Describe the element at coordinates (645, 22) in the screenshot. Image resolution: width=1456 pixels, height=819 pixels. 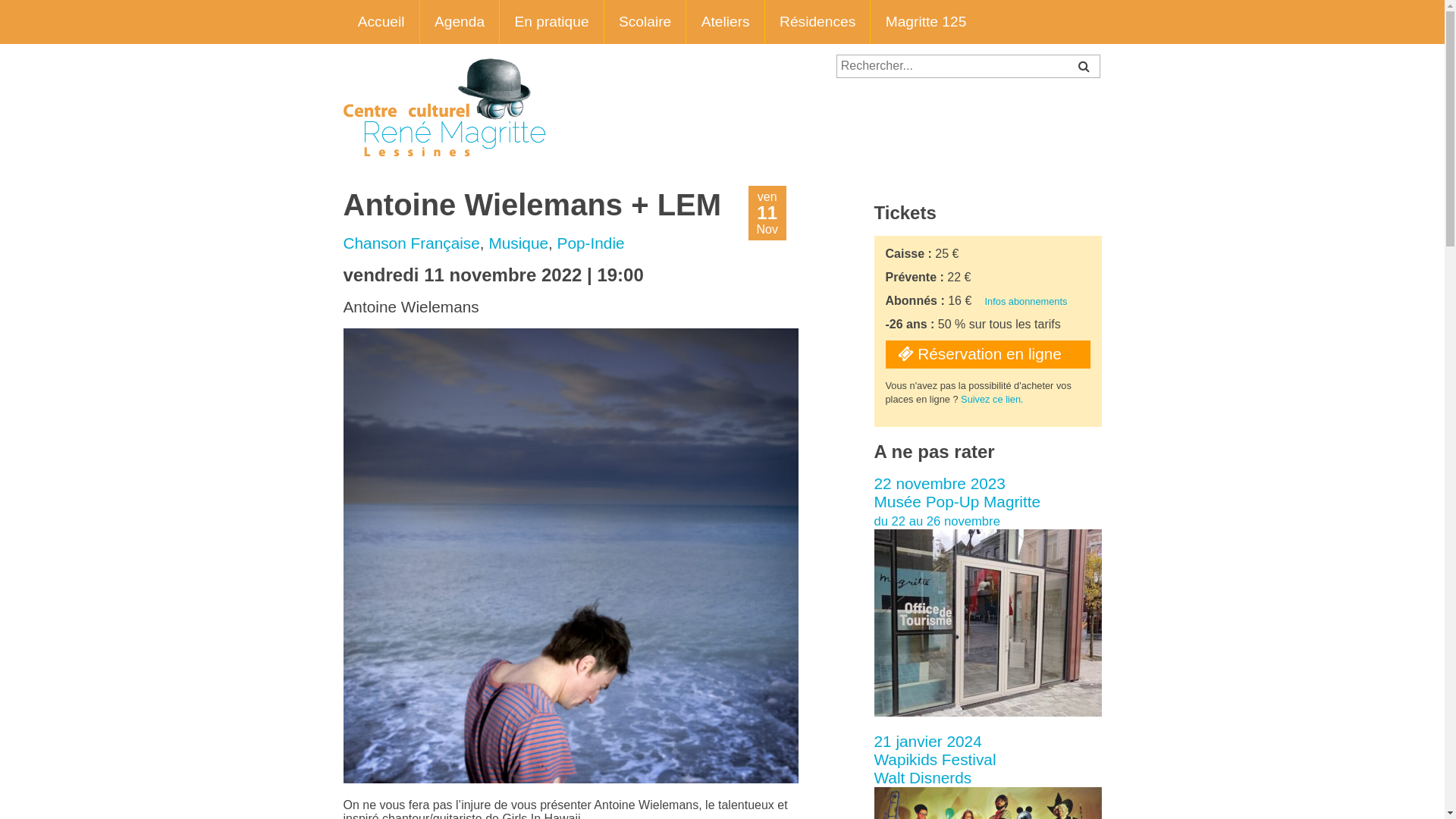
I see `'Scolaire'` at that location.